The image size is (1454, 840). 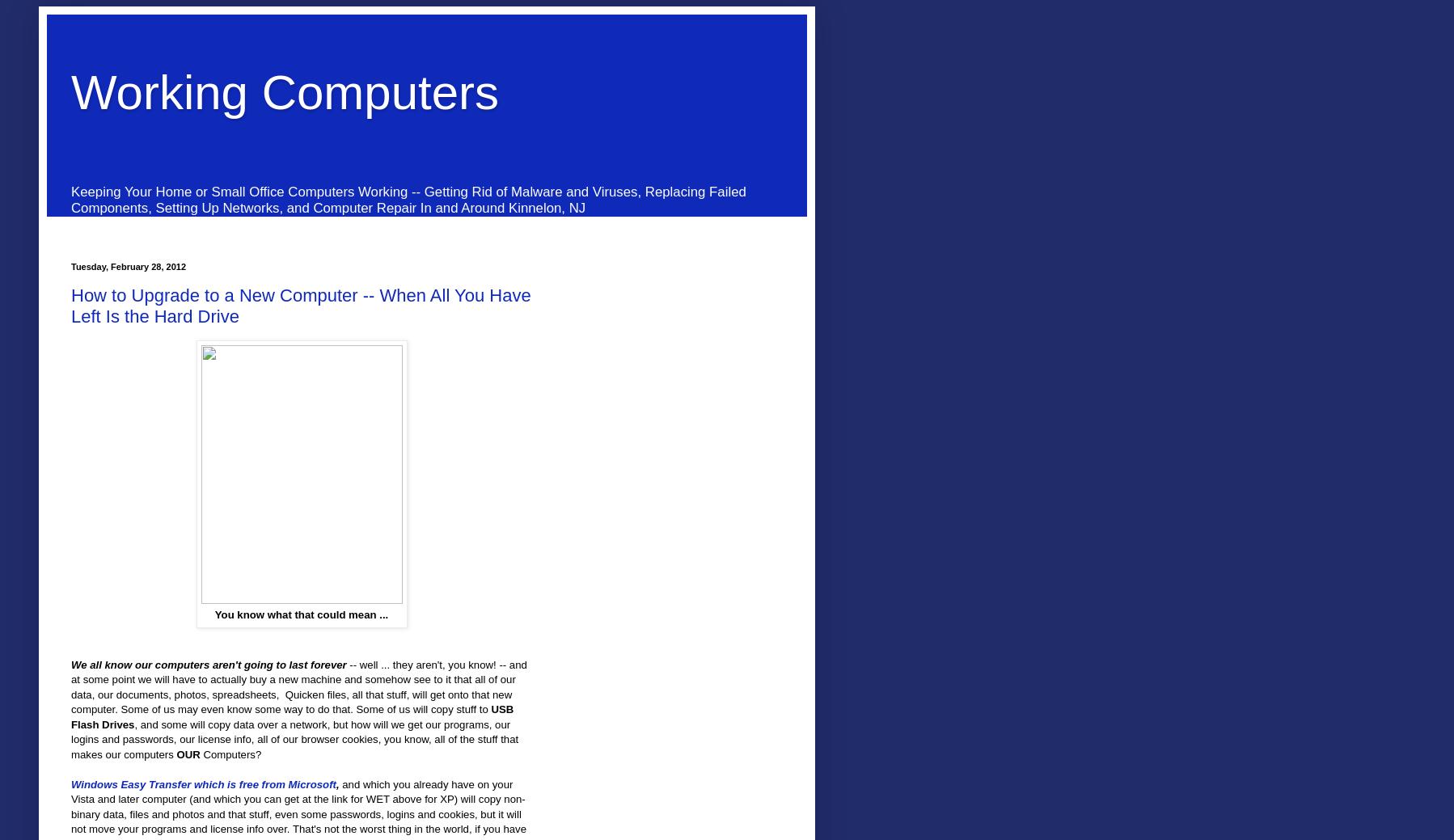 I want to click on 'We all know our computers aren't going to last forever', so click(x=209, y=663).